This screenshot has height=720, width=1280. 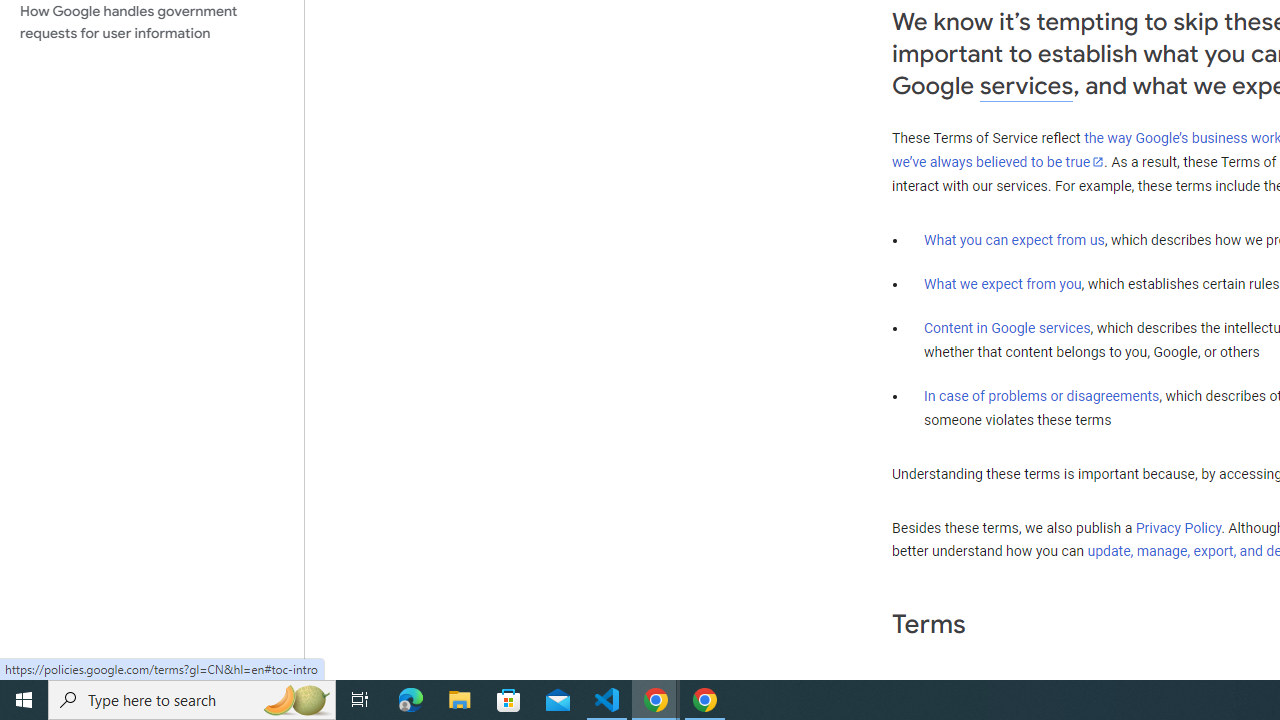 I want to click on 'What we expect from you', so click(x=1002, y=284).